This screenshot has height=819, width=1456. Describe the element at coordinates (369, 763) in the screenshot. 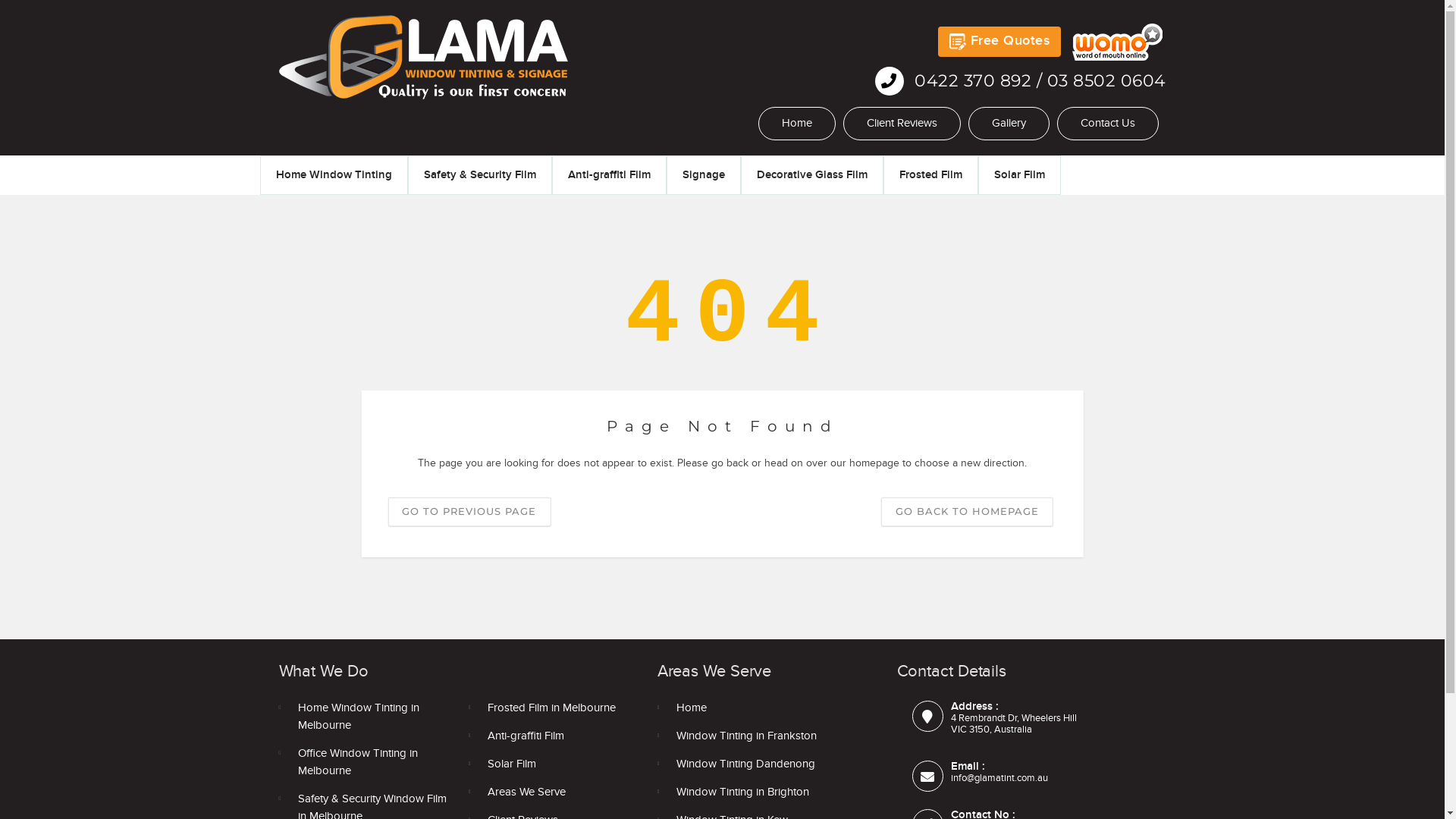

I see `'Office Window Tinting in Melbourne'` at that location.